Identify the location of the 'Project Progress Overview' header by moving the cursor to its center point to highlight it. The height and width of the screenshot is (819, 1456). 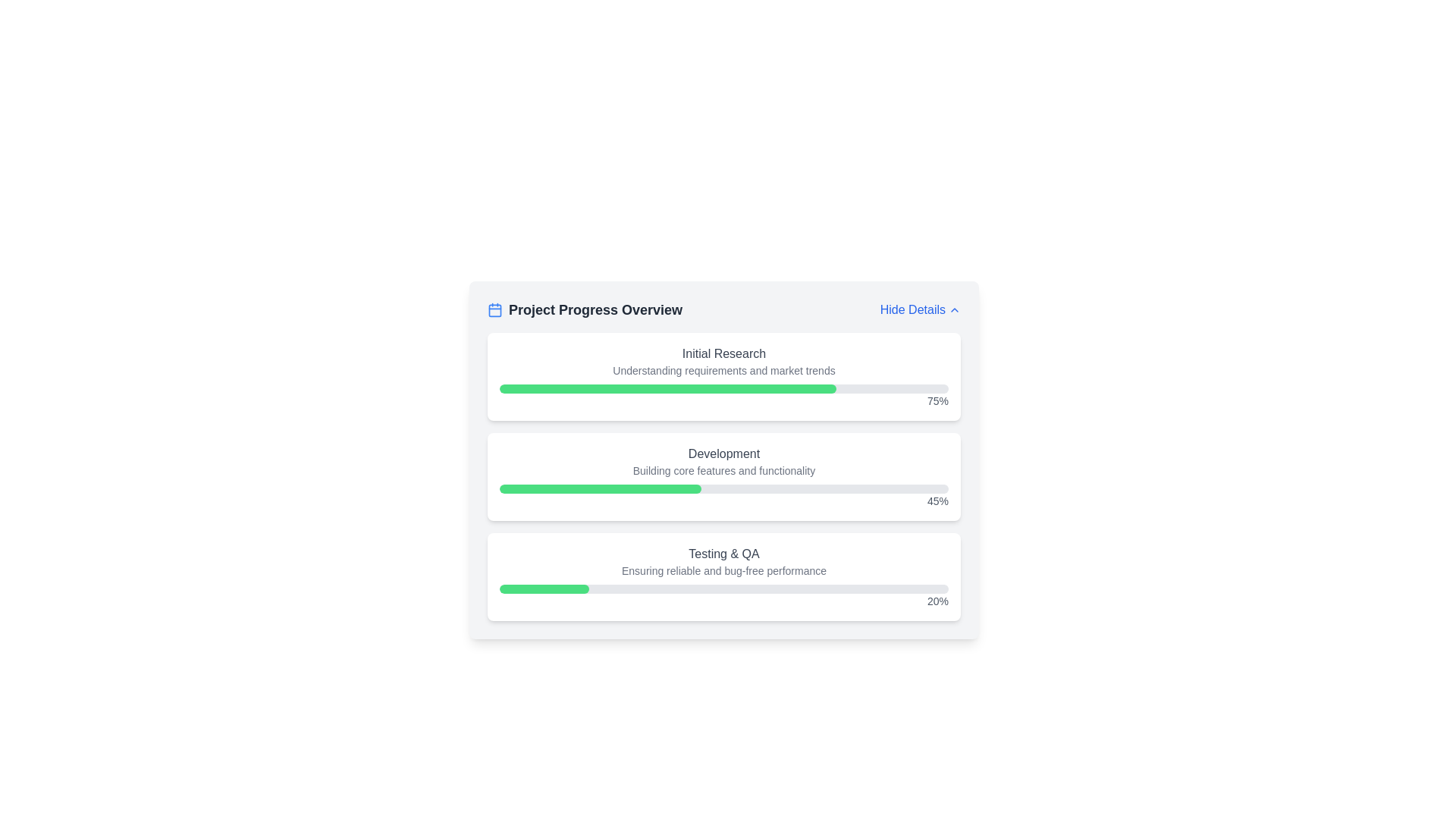
(723, 309).